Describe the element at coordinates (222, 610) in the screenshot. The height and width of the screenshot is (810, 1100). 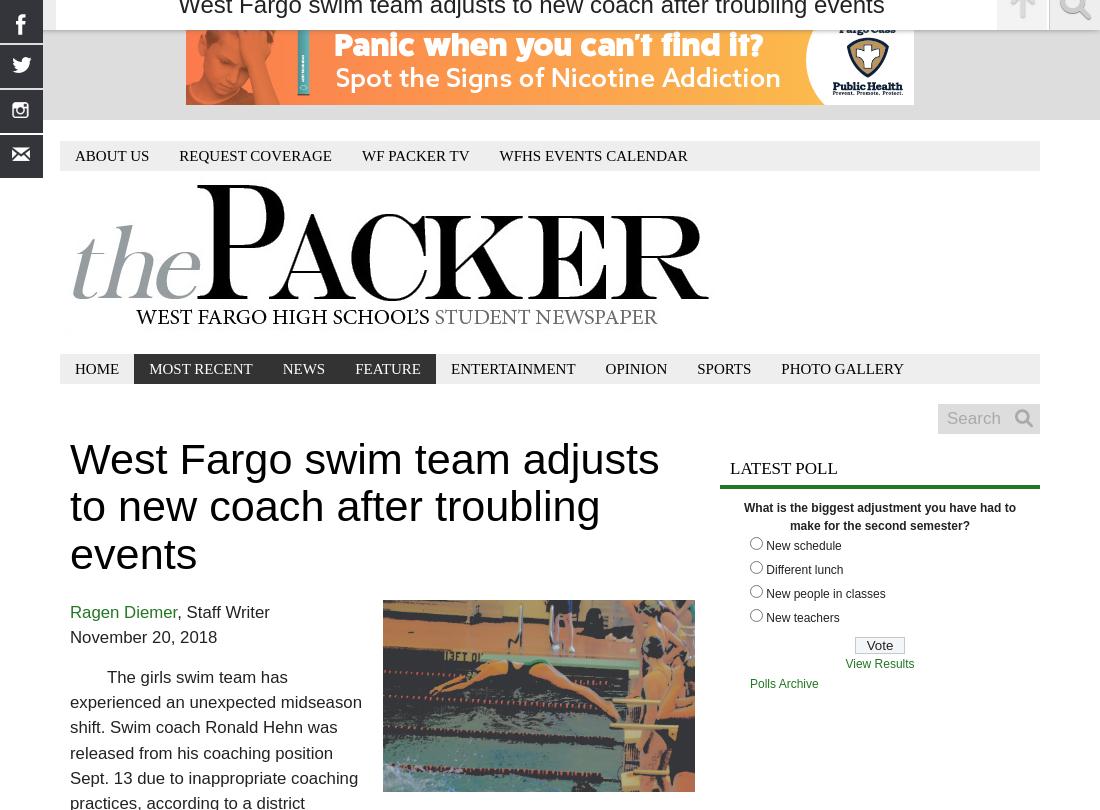
I see `', Staff Writer'` at that location.